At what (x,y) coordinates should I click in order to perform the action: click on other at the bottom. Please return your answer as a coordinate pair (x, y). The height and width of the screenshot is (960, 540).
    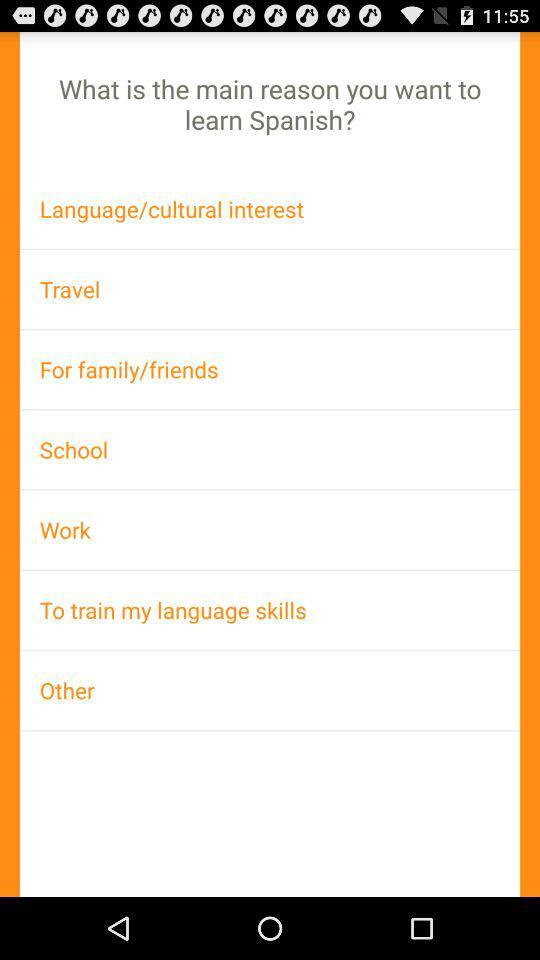
    Looking at the image, I should click on (270, 690).